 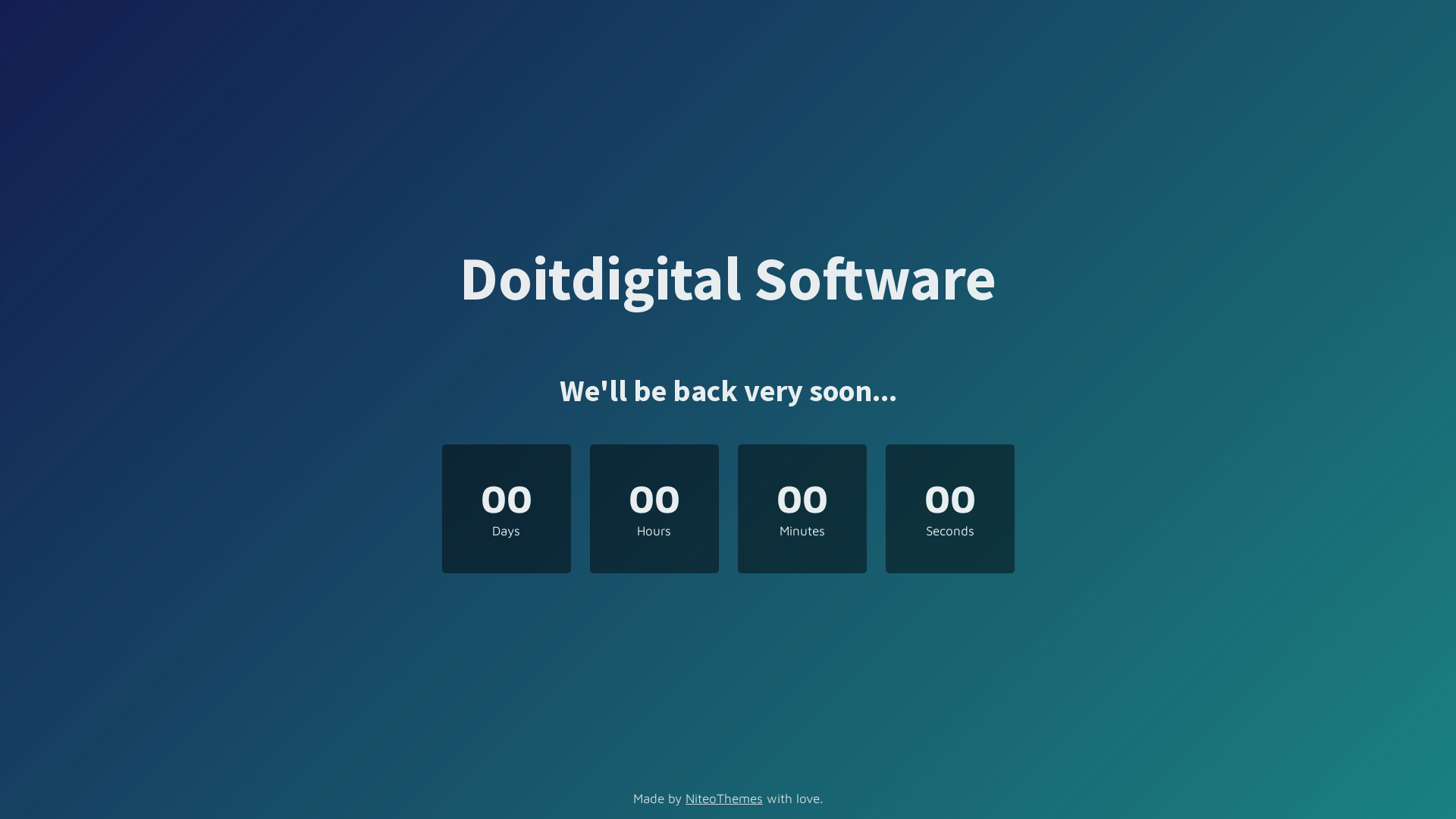 I want to click on 'NiteoThemes', so click(x=723, y=798).